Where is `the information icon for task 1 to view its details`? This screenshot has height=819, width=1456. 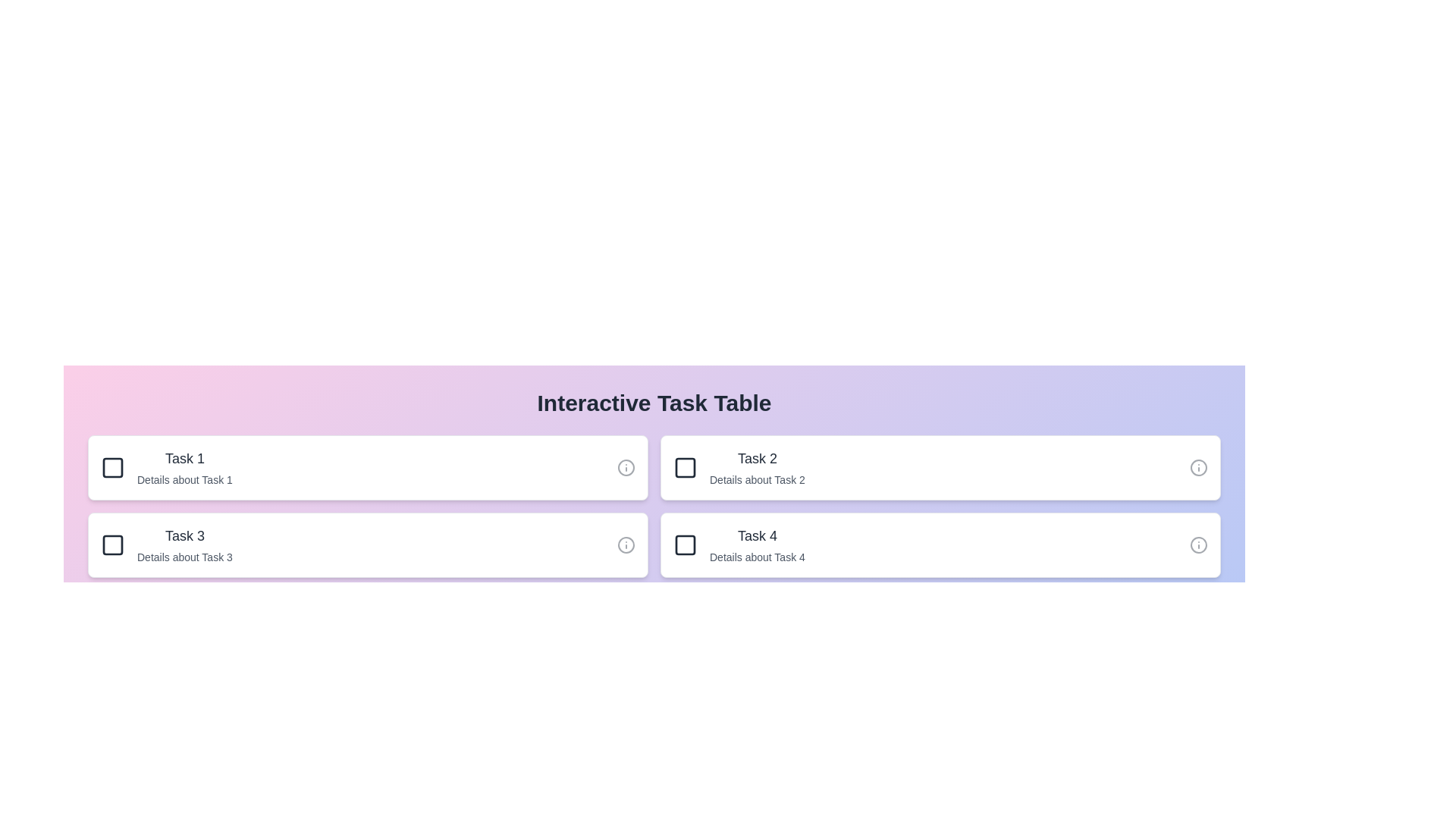
the information icon for task 1 to view its details is located at coordinates (626, 467).